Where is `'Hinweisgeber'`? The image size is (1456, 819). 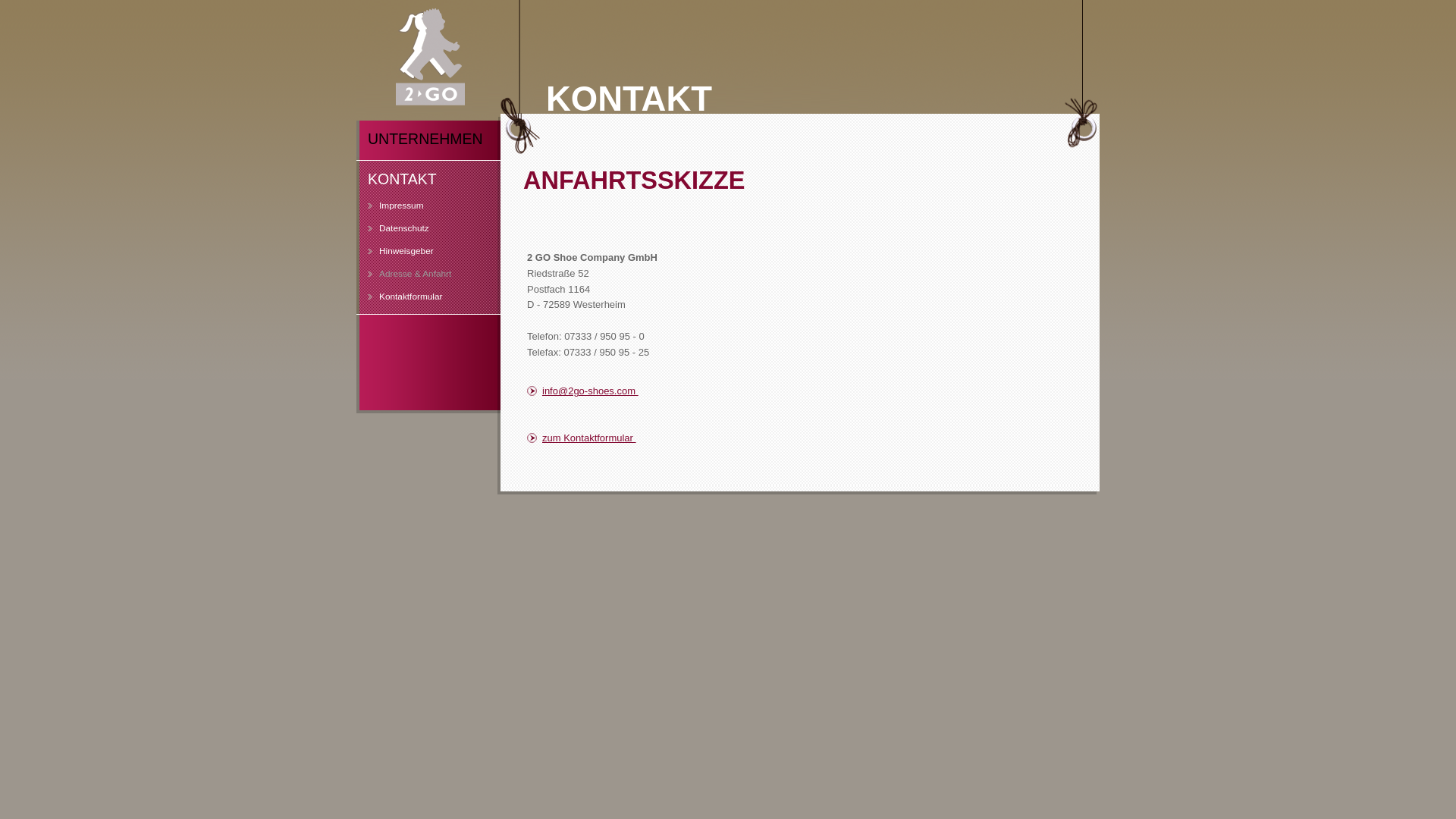 'Hinweisgeber' is located at coordinates (417, 256).